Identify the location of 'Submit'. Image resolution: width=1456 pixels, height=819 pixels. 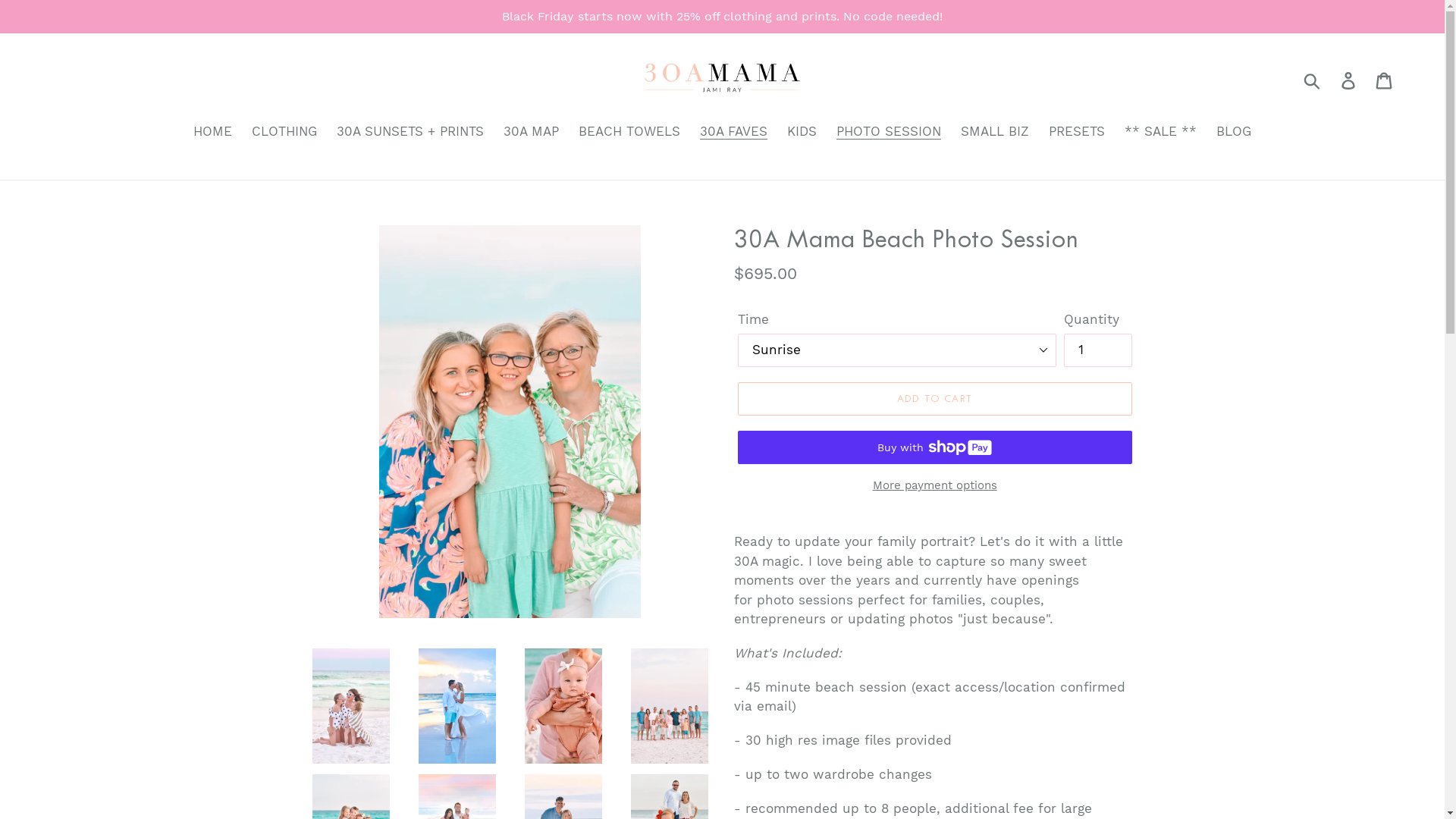
(1312, 79).